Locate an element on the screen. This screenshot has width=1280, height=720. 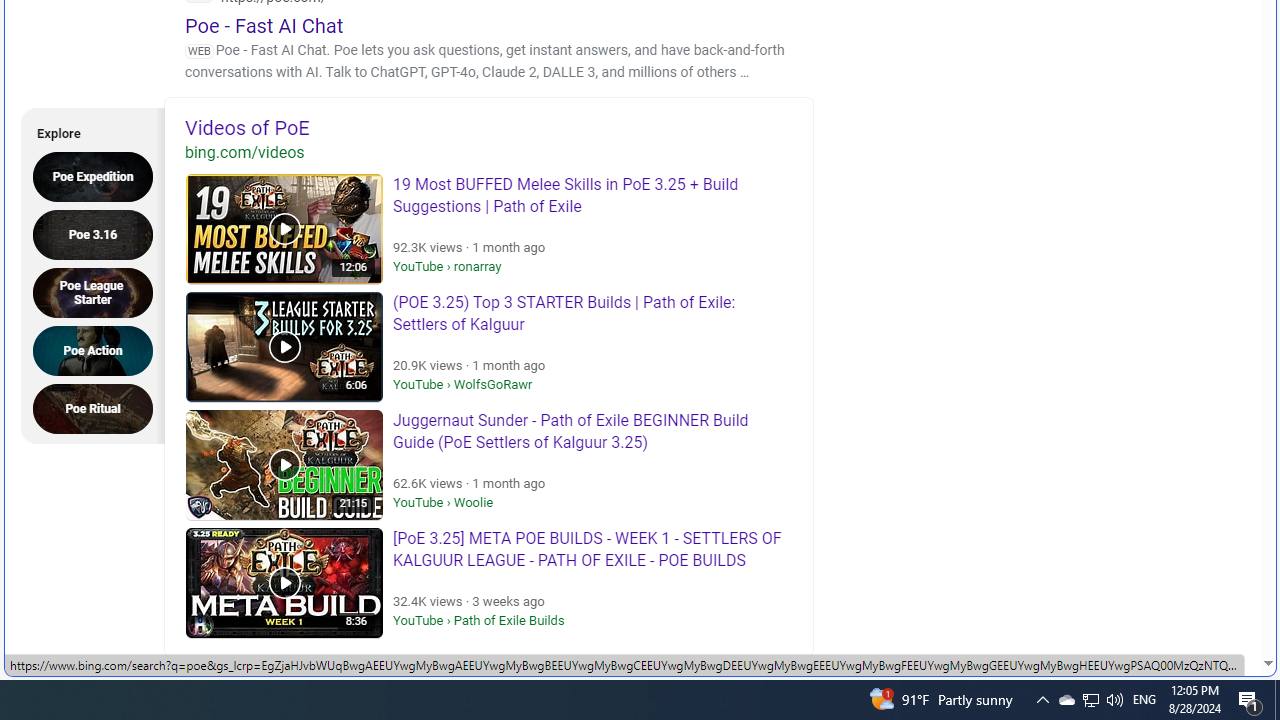
'Poe Action' is located at coordinates (98, 349).